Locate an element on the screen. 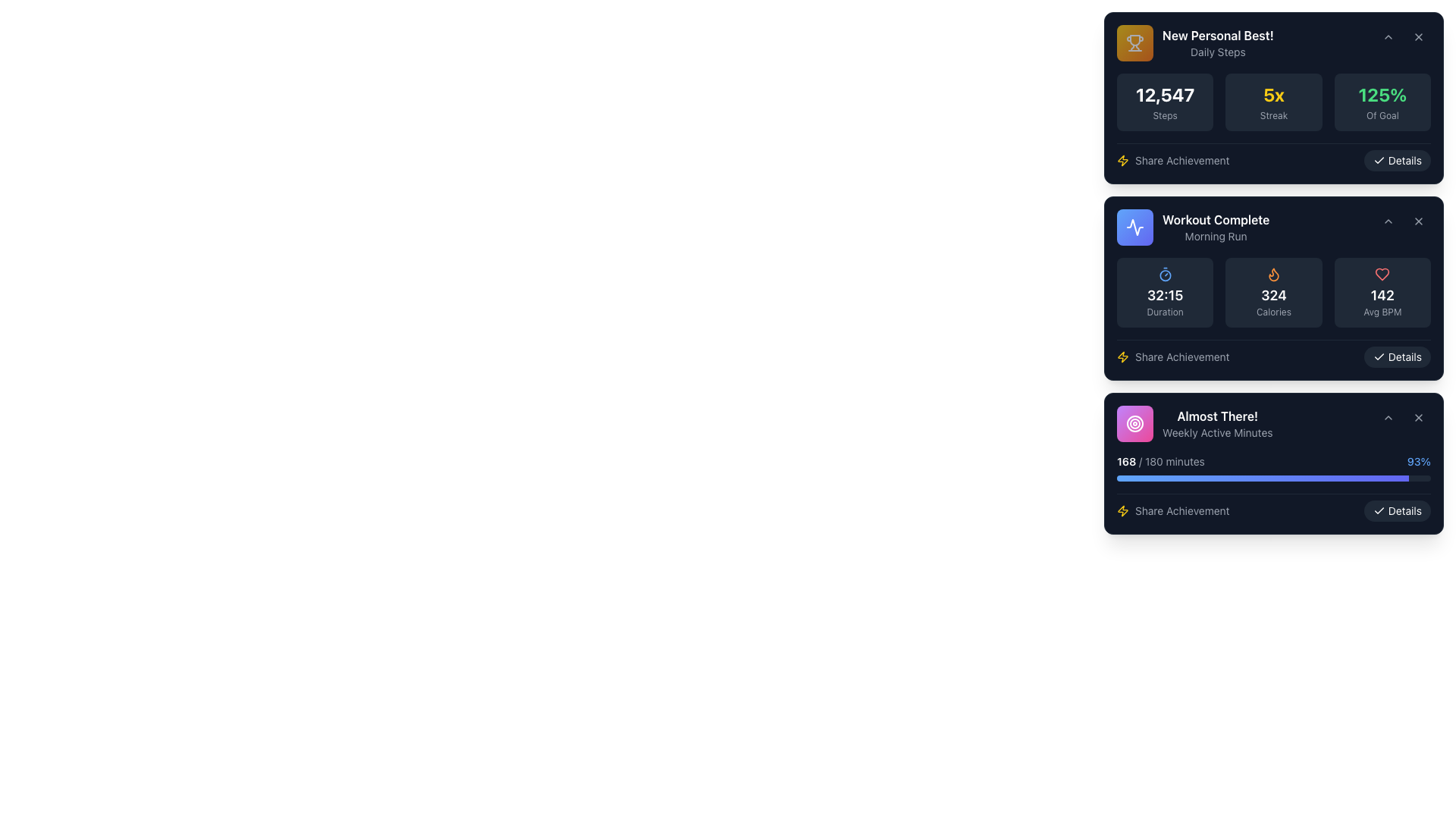 The height and width of the screenshot is (819, 1456). the Text Label that serves as a decorative text suggesting an action or feature available for the user, located in the first card on the right section of the vertically stacked list of achievement cards is located at coordinates (1181, 161).